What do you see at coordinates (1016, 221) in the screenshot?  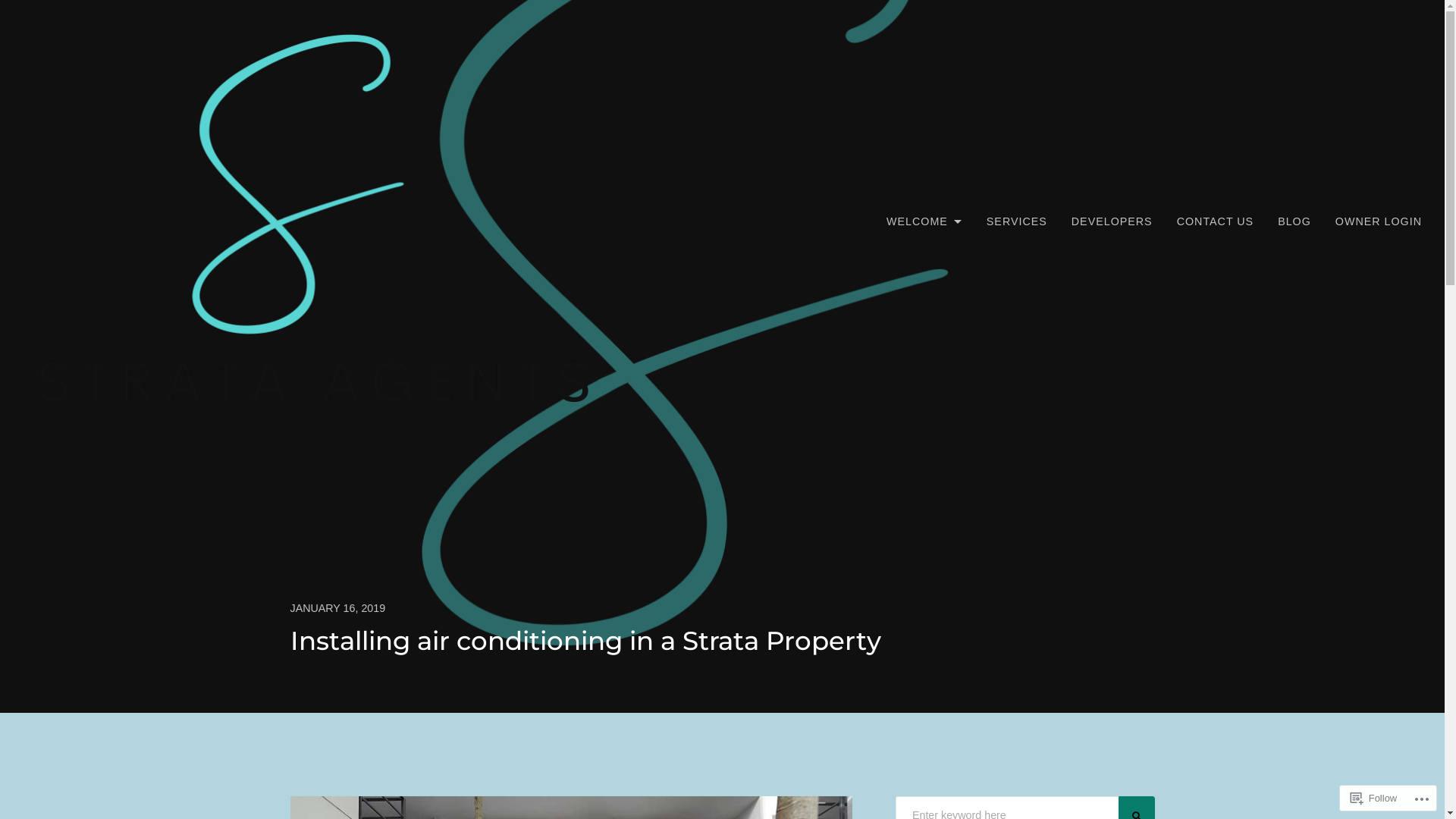 I see `'SERVICES'` at bounding box center [1016, 221].